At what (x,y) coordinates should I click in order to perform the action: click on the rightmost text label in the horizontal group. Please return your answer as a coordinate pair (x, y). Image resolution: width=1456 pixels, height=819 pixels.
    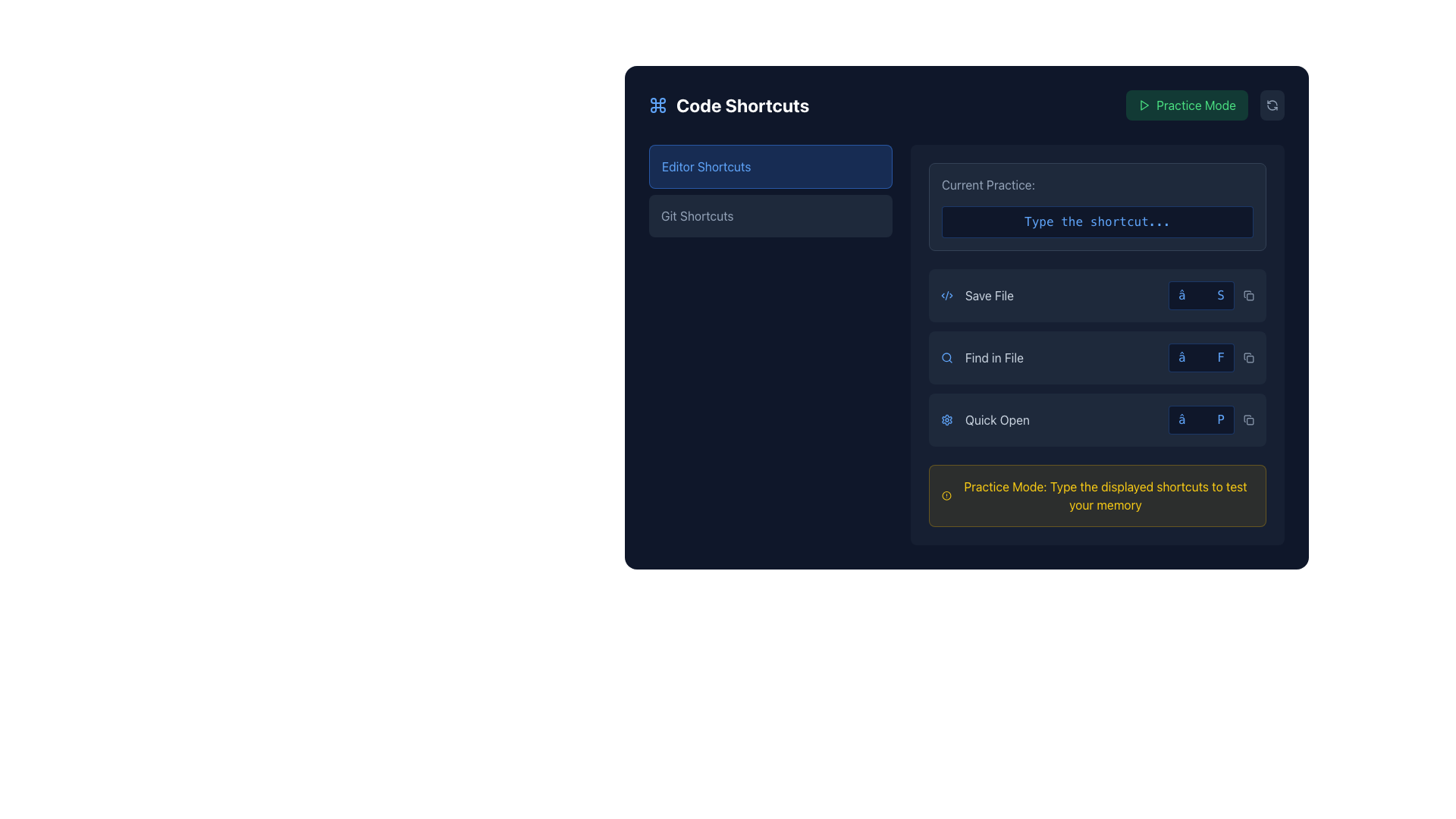
    Looking at the image, I should click on (997, 420).